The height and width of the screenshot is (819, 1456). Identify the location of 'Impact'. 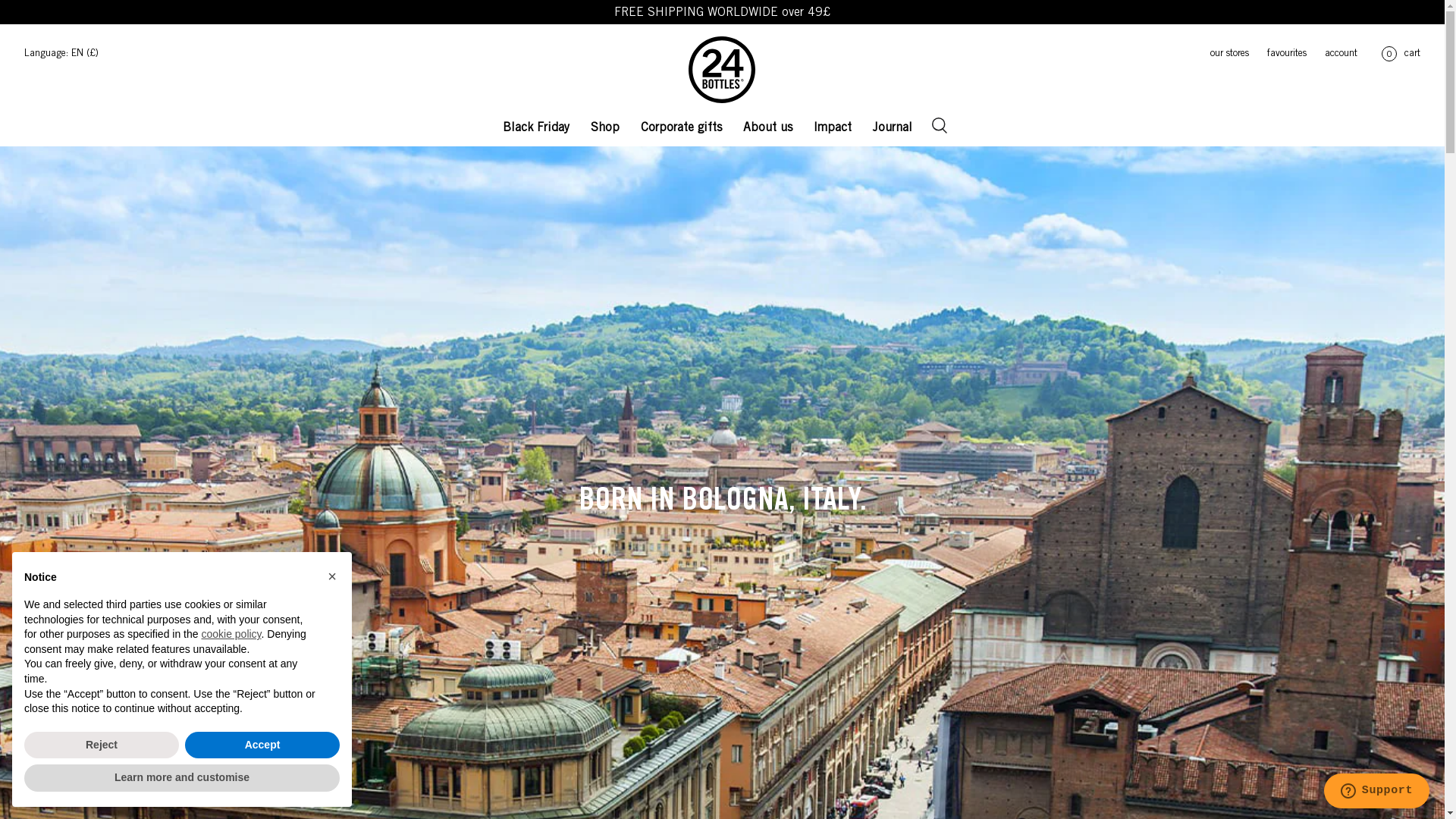
(832, 124).